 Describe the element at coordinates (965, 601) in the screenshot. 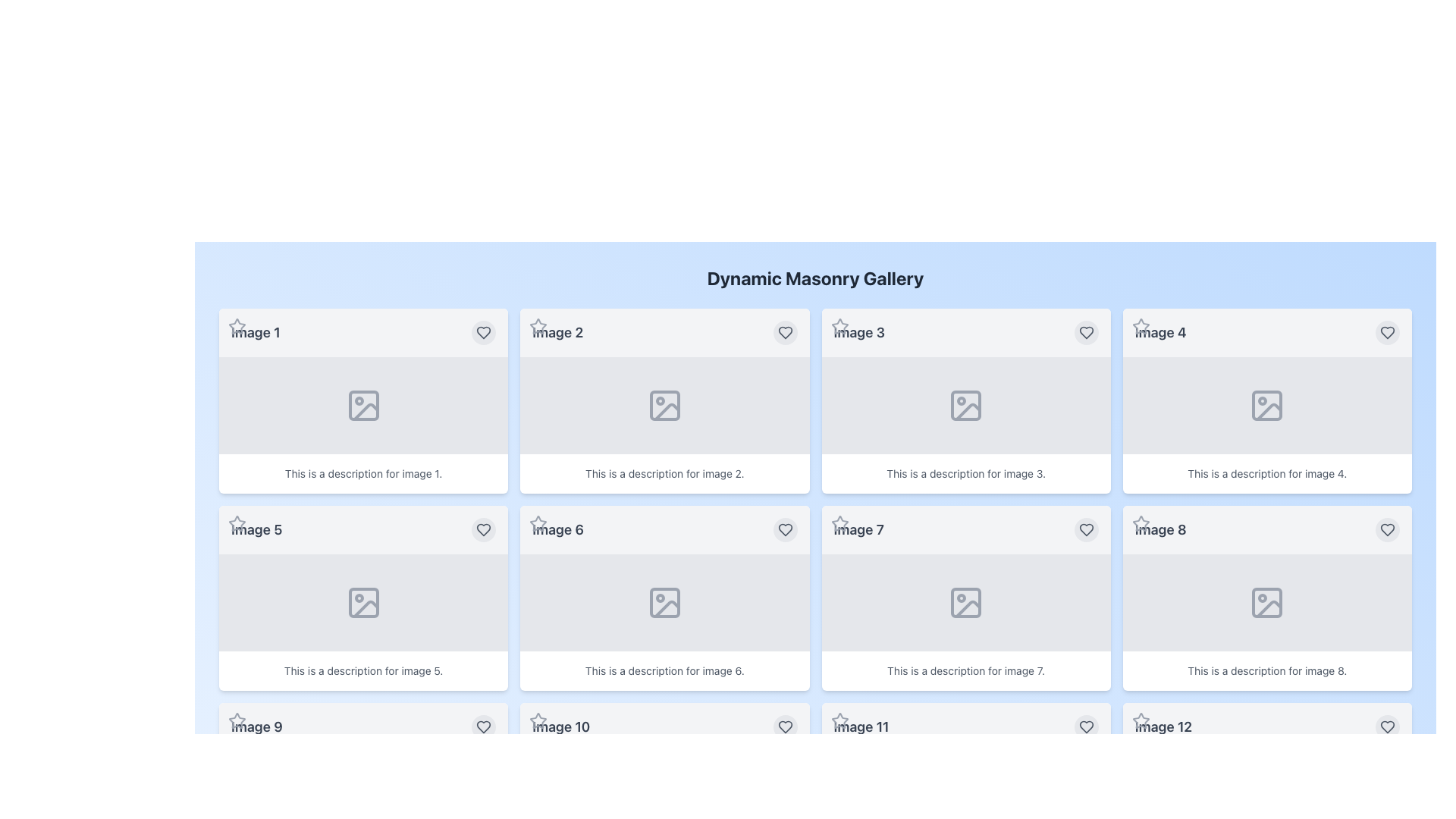

I see `the Image placeholder element, which is a rectangular area with a light gray background and a landscape icon, located in the center panel above the caption 'This is a description for image 7.'` at that location.